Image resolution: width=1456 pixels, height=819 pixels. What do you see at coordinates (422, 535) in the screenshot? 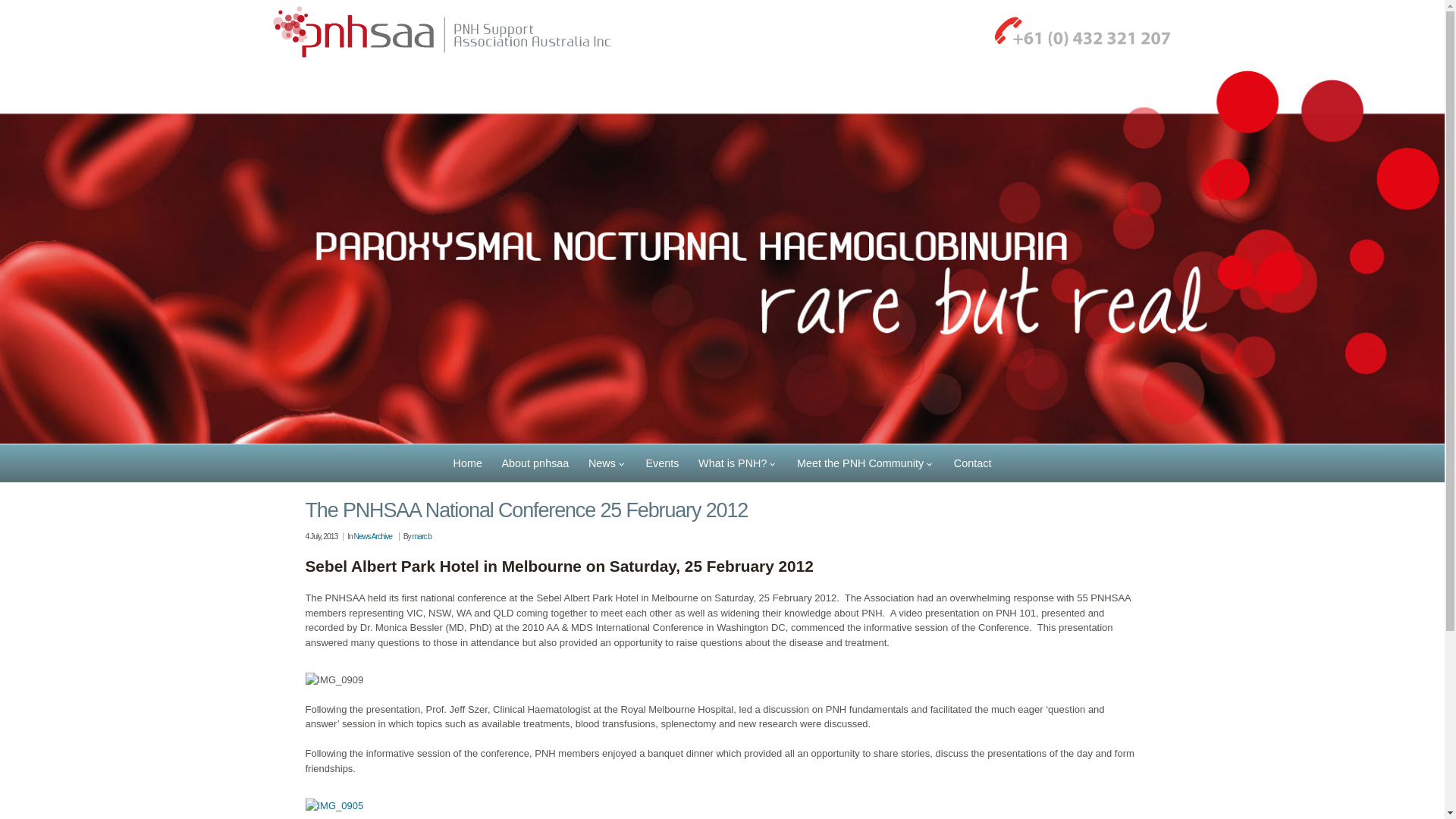
I see `'marc b'` at bounding box center [422, 535].